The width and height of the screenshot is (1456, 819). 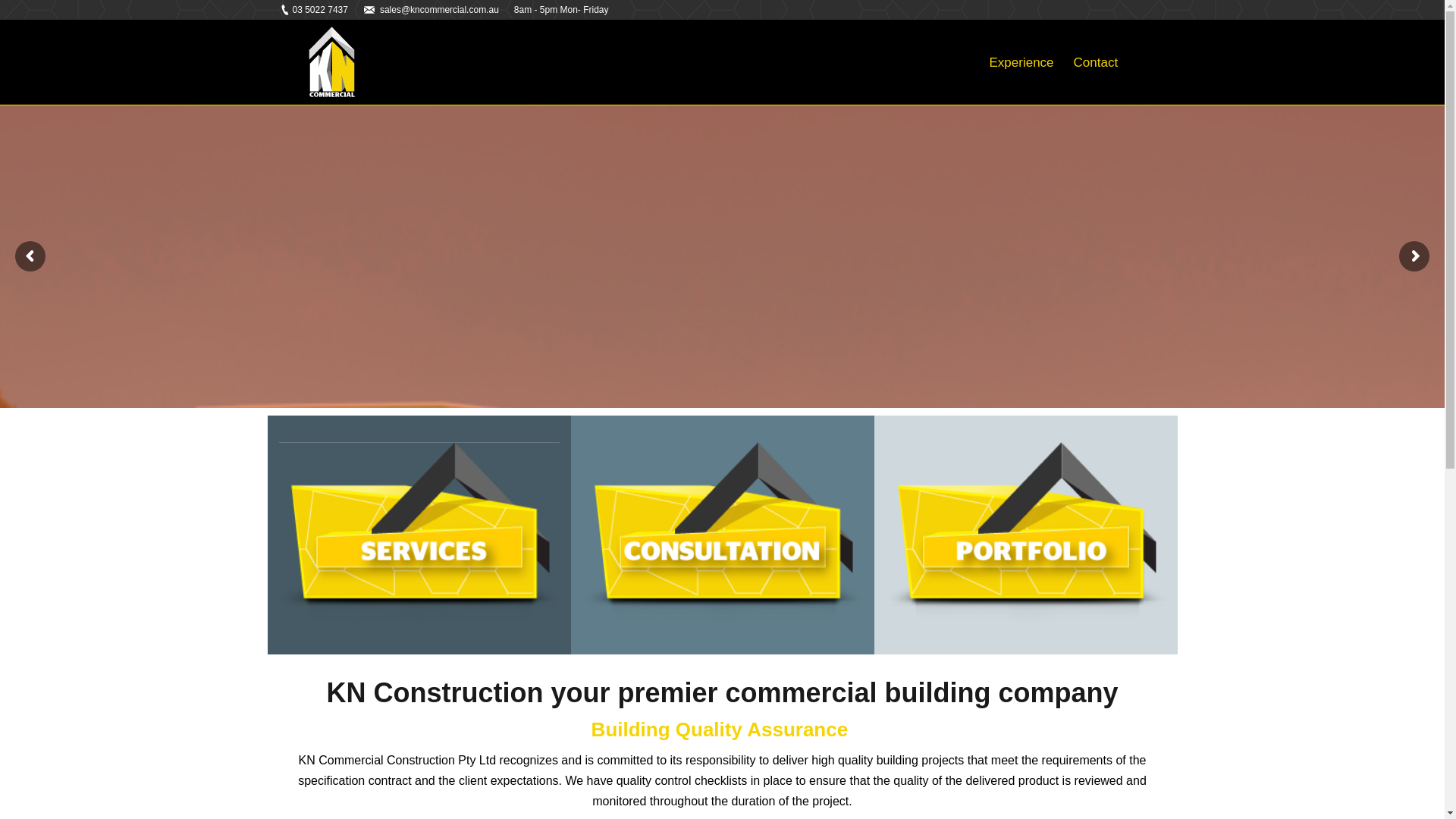 I want to click on 'Contact', so click(x=1073, y=61).